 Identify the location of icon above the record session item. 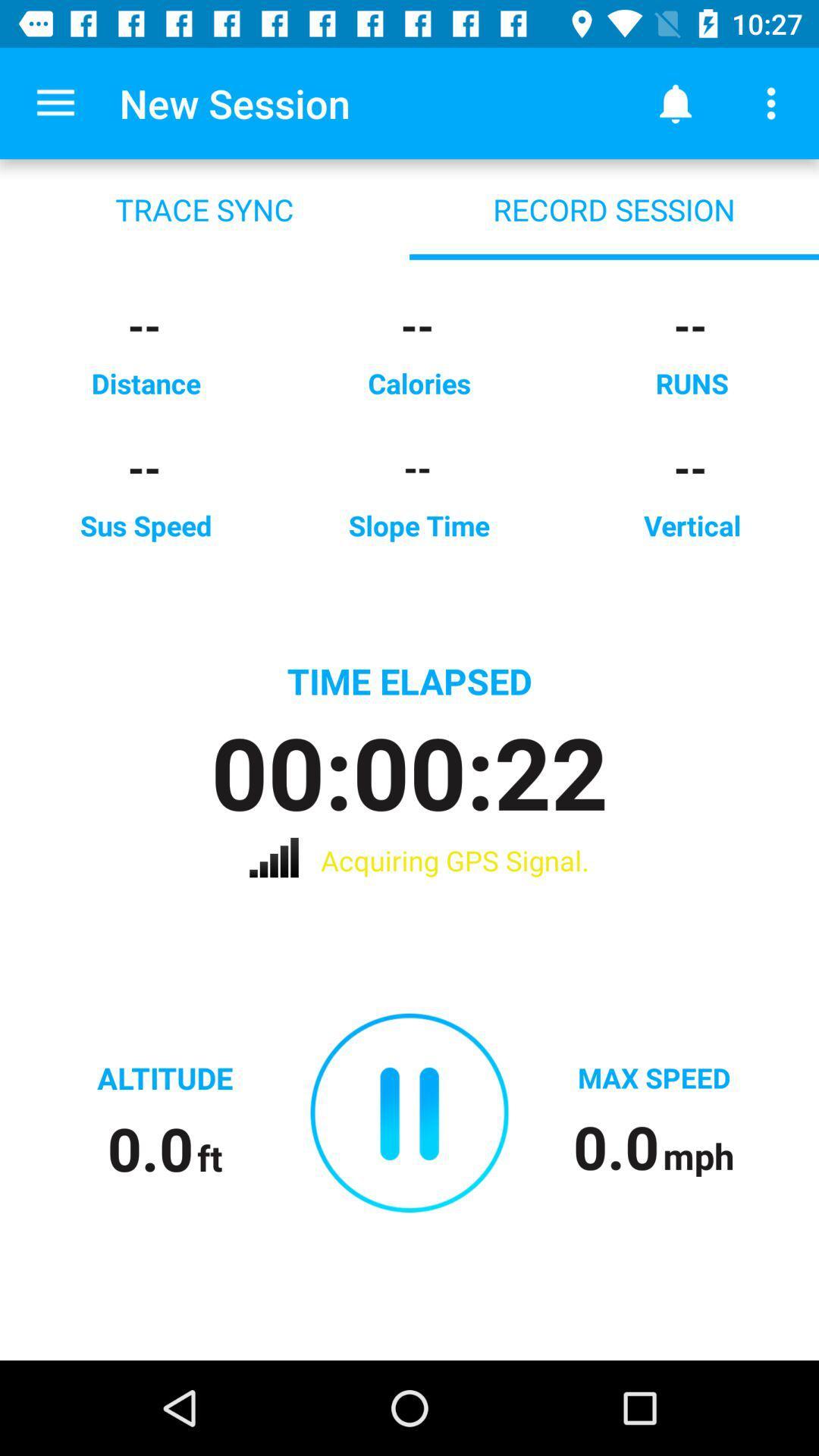
(675, 102).